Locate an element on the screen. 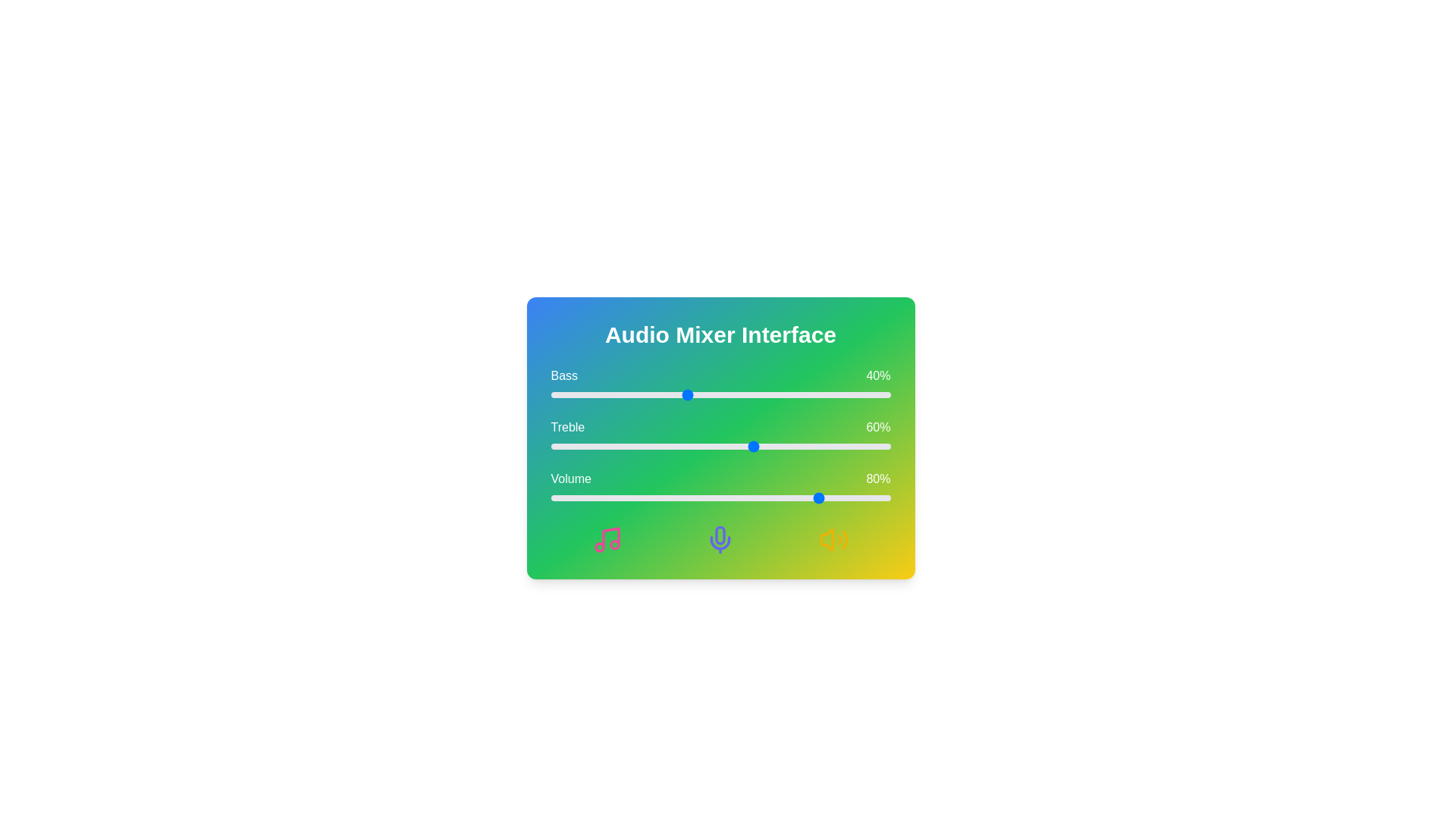 Image resolution: width=1456 pixels, height=819 pixels. the slider to observe any tooltip or effect is located at coordinates (720, 394).